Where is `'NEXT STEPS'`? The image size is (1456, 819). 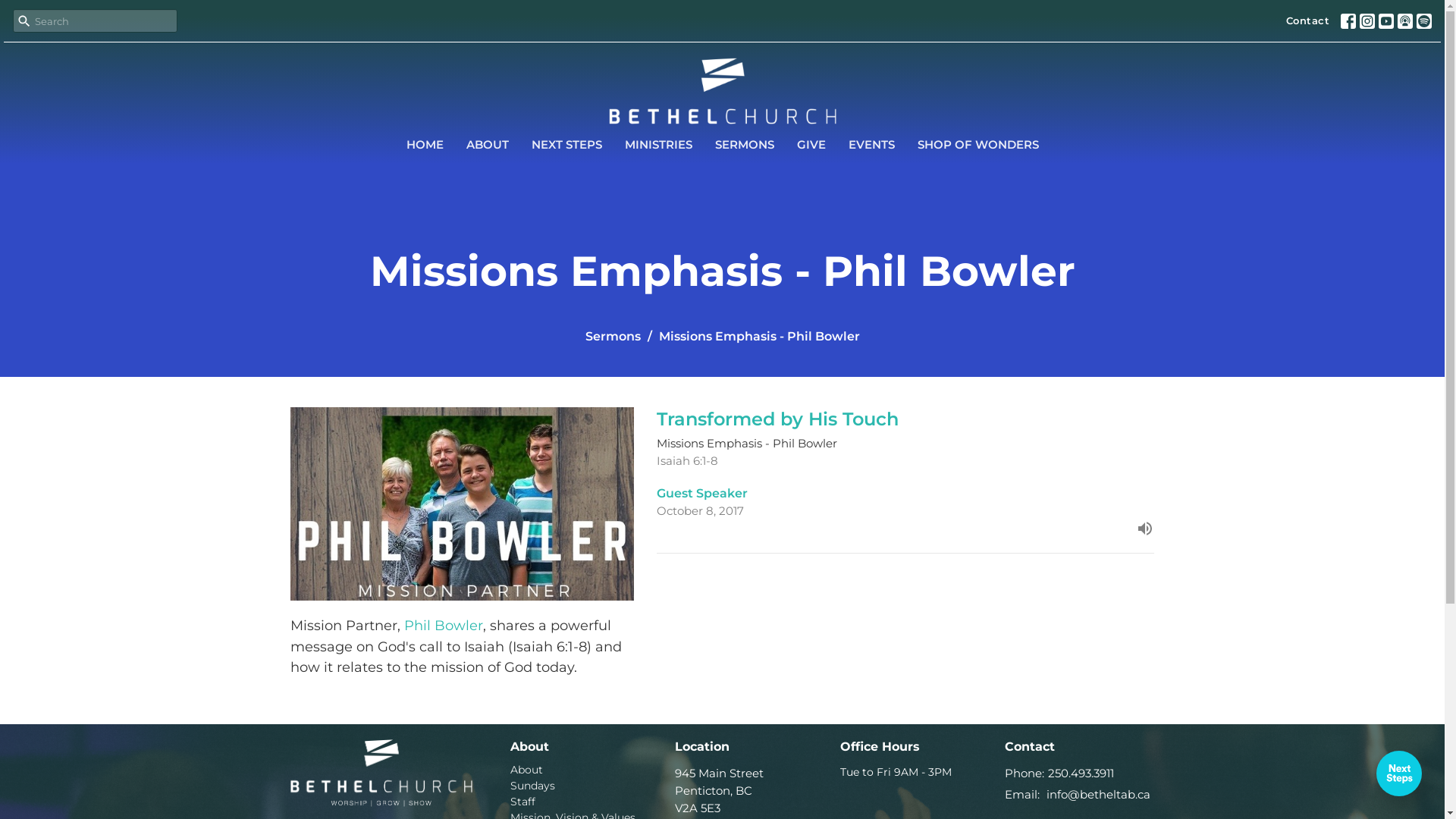
'NEXT STEPS' is located at coordinates (565, 144).